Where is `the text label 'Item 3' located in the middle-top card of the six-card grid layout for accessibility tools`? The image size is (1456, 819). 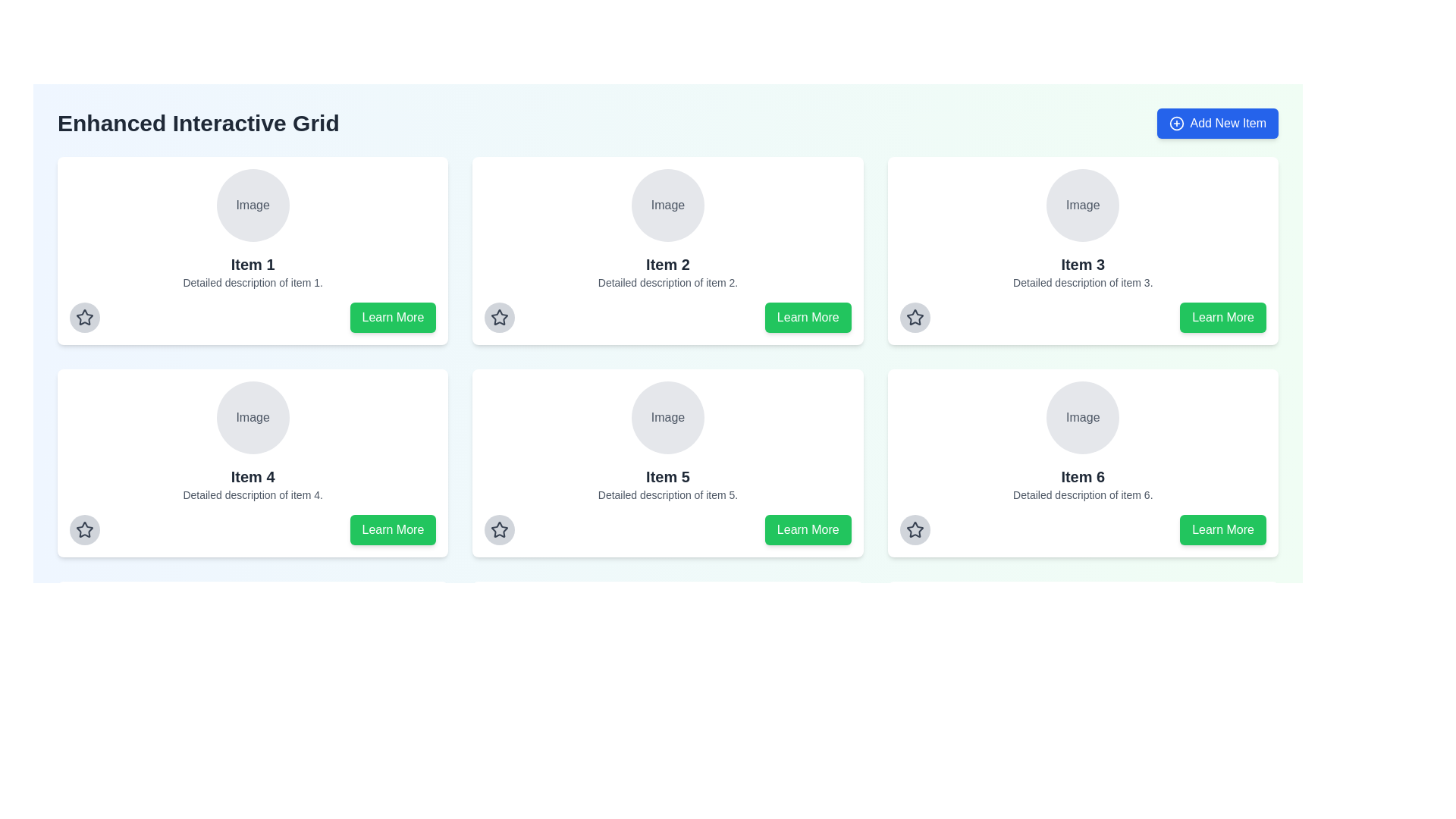
the text label 'Item 3' located in the middle-top card of the six-card grid layout for accessibility tools is located at coordinates (1082, 263).